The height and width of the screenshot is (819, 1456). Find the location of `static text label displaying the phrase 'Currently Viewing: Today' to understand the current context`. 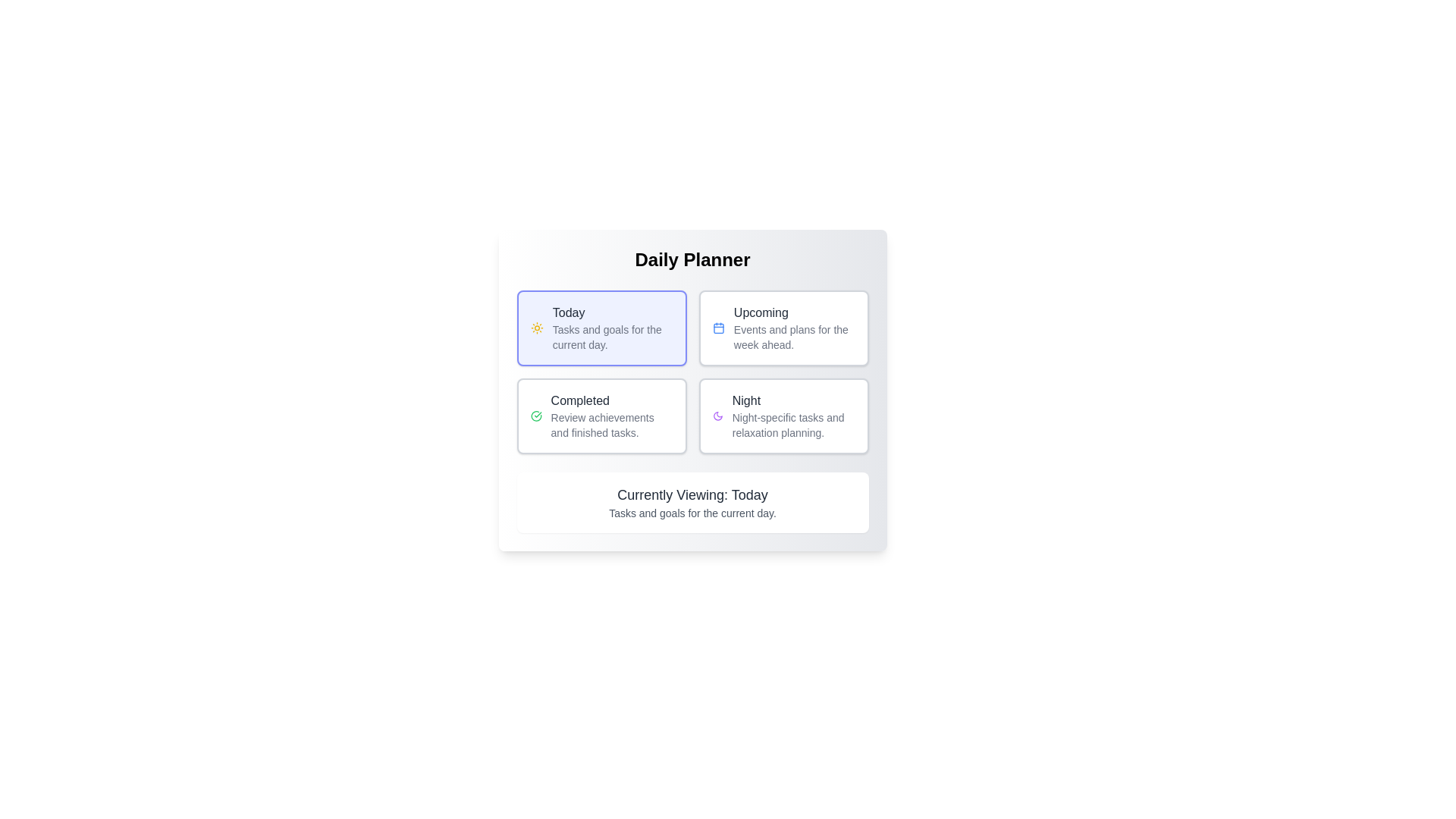

static text label displaying the phrase 'Currently Viewing: Today' to understand the current context is located at coordinates (692, 494).